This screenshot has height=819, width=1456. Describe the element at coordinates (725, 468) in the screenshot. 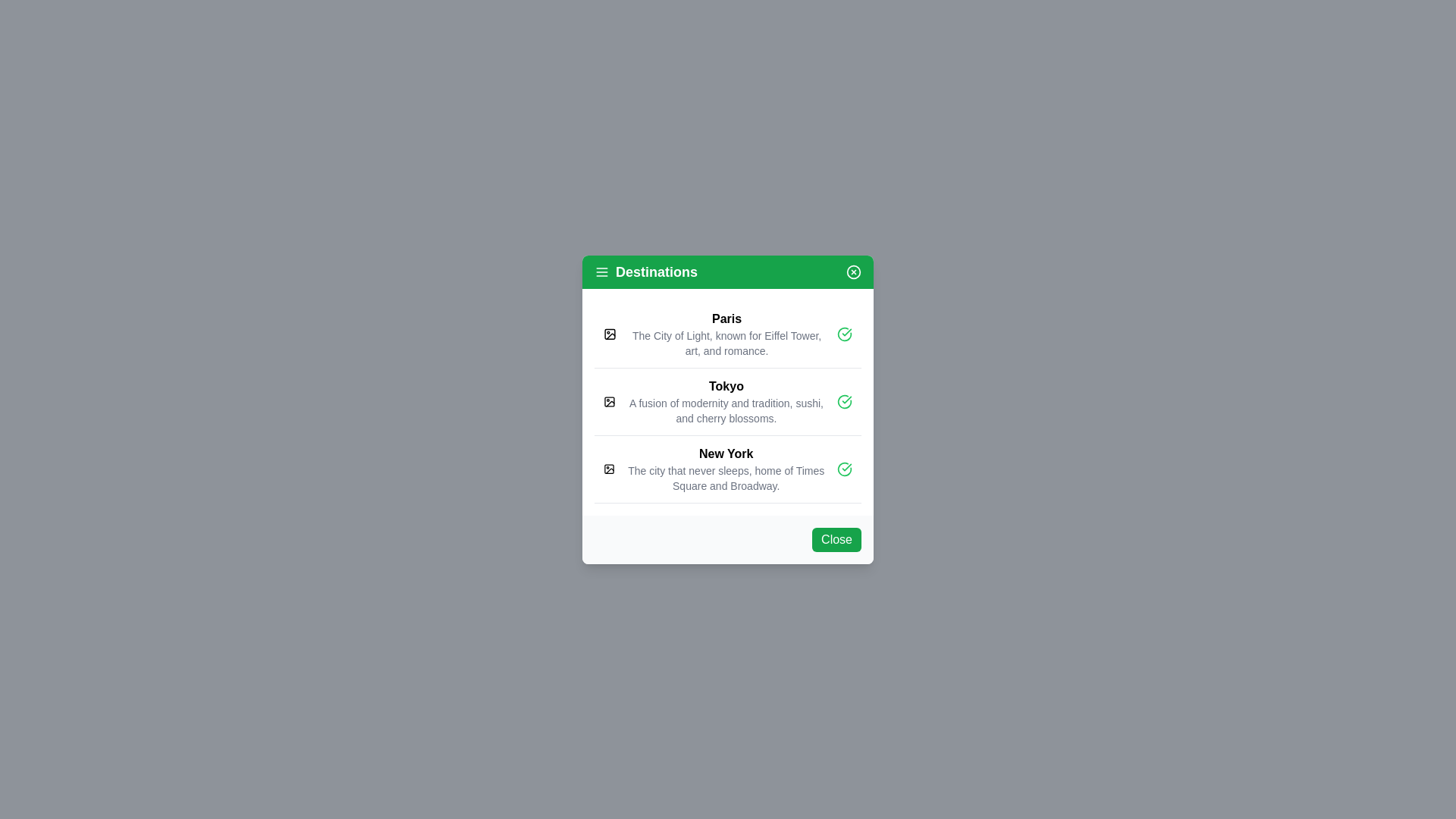

I see `the textual content that reads 'New York' and describes it as 'The city that never sleeps, home of Times Square and Broadway.' This element is the third item in a vertical list` at that location.